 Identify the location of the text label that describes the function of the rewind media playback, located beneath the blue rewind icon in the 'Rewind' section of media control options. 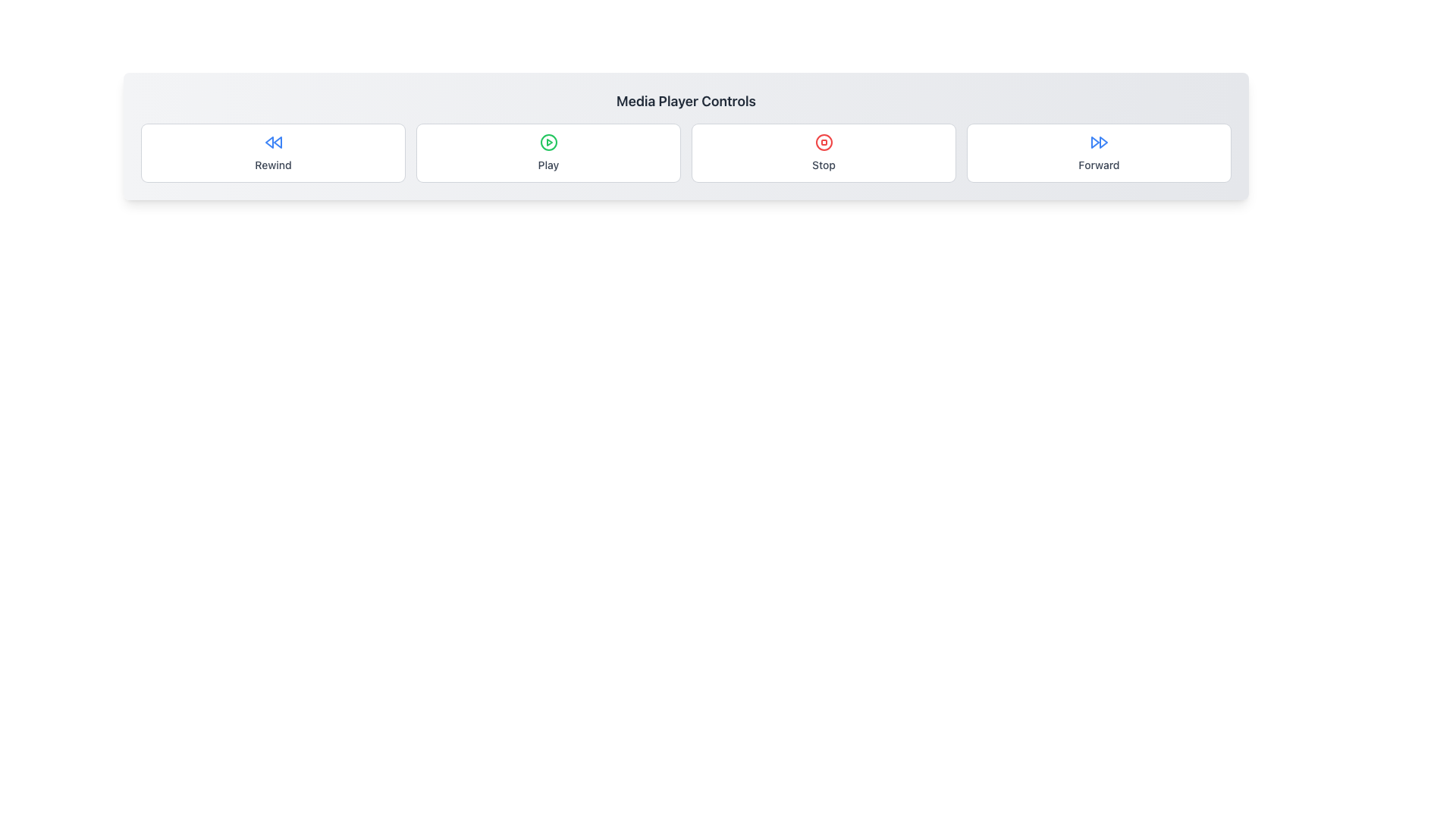
(273, 165).